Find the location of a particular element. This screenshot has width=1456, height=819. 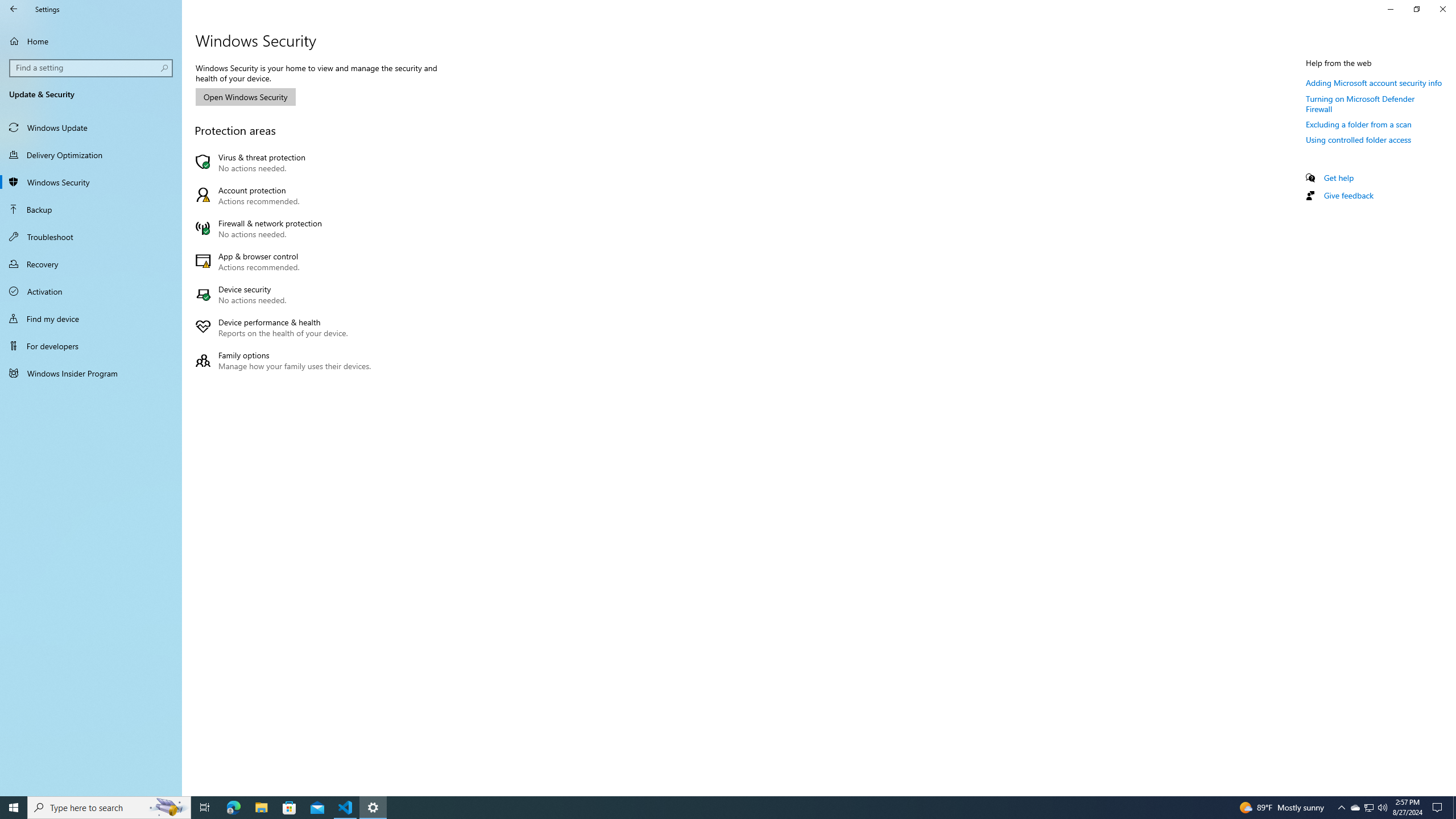

'Windows Security' is located at coordinates (90, 181).